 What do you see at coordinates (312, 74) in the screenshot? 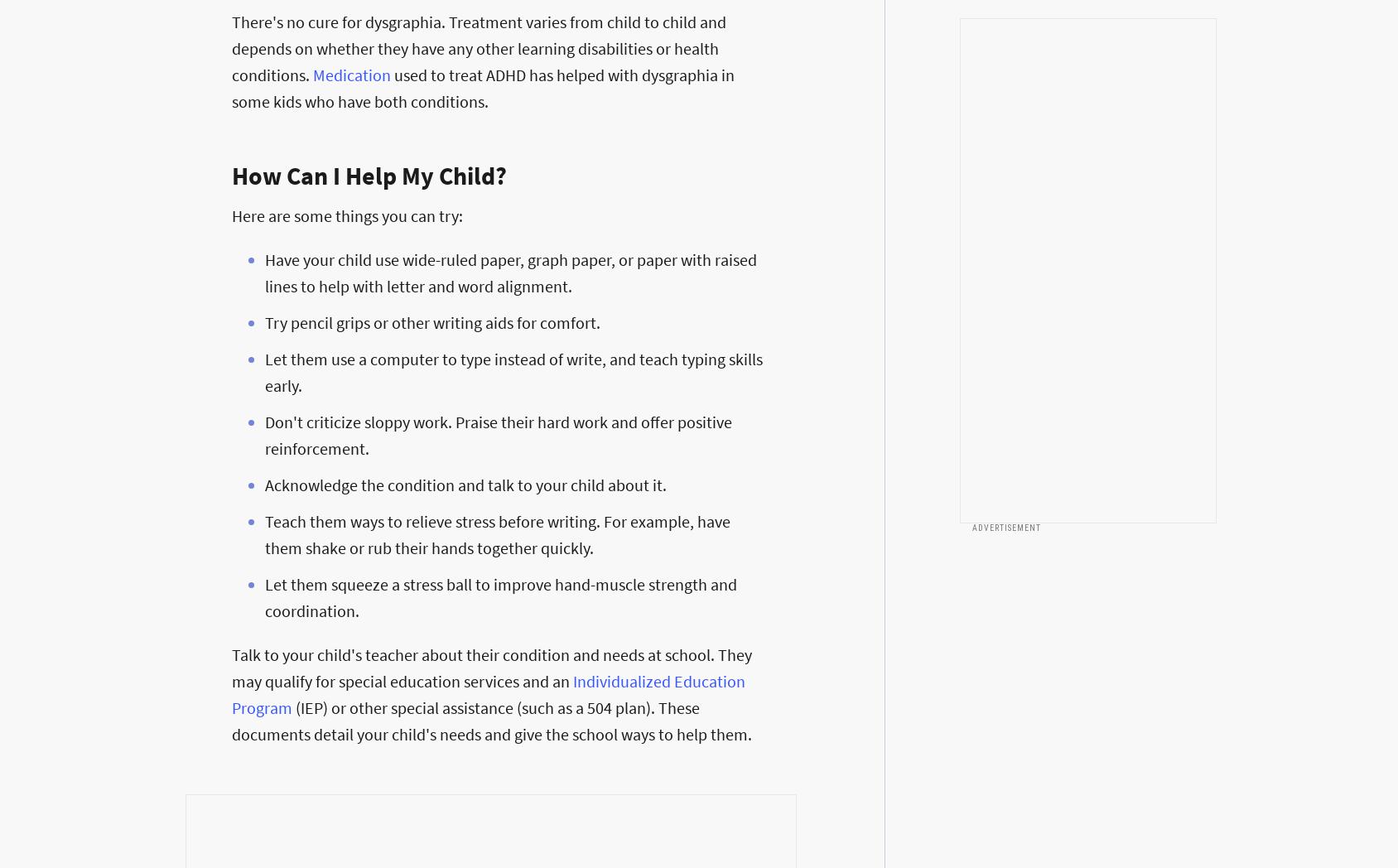
I see `'Medication'` at bounding box center [312, 74].